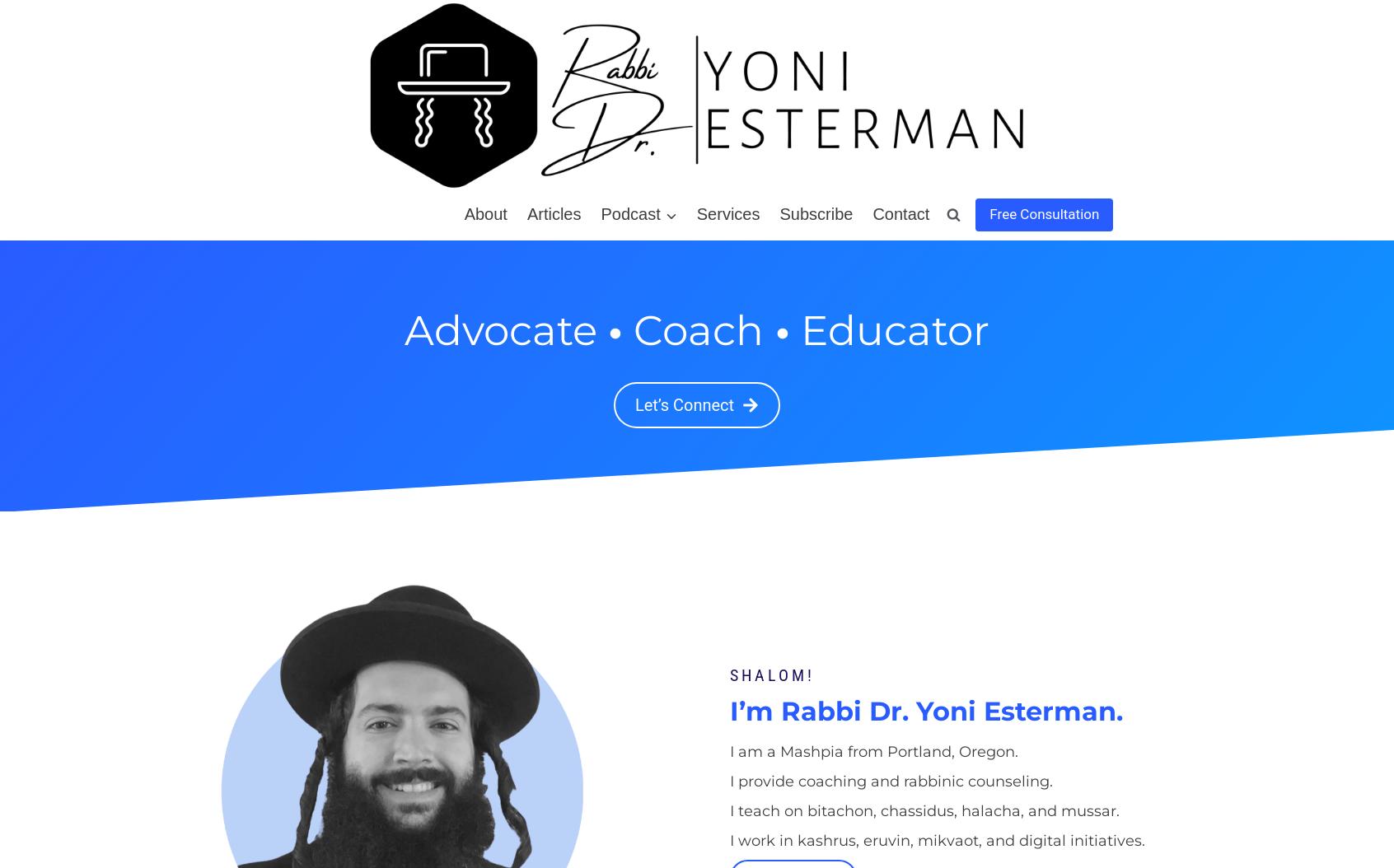  I want to click on 'Let’s Connect', so click(684, 403).